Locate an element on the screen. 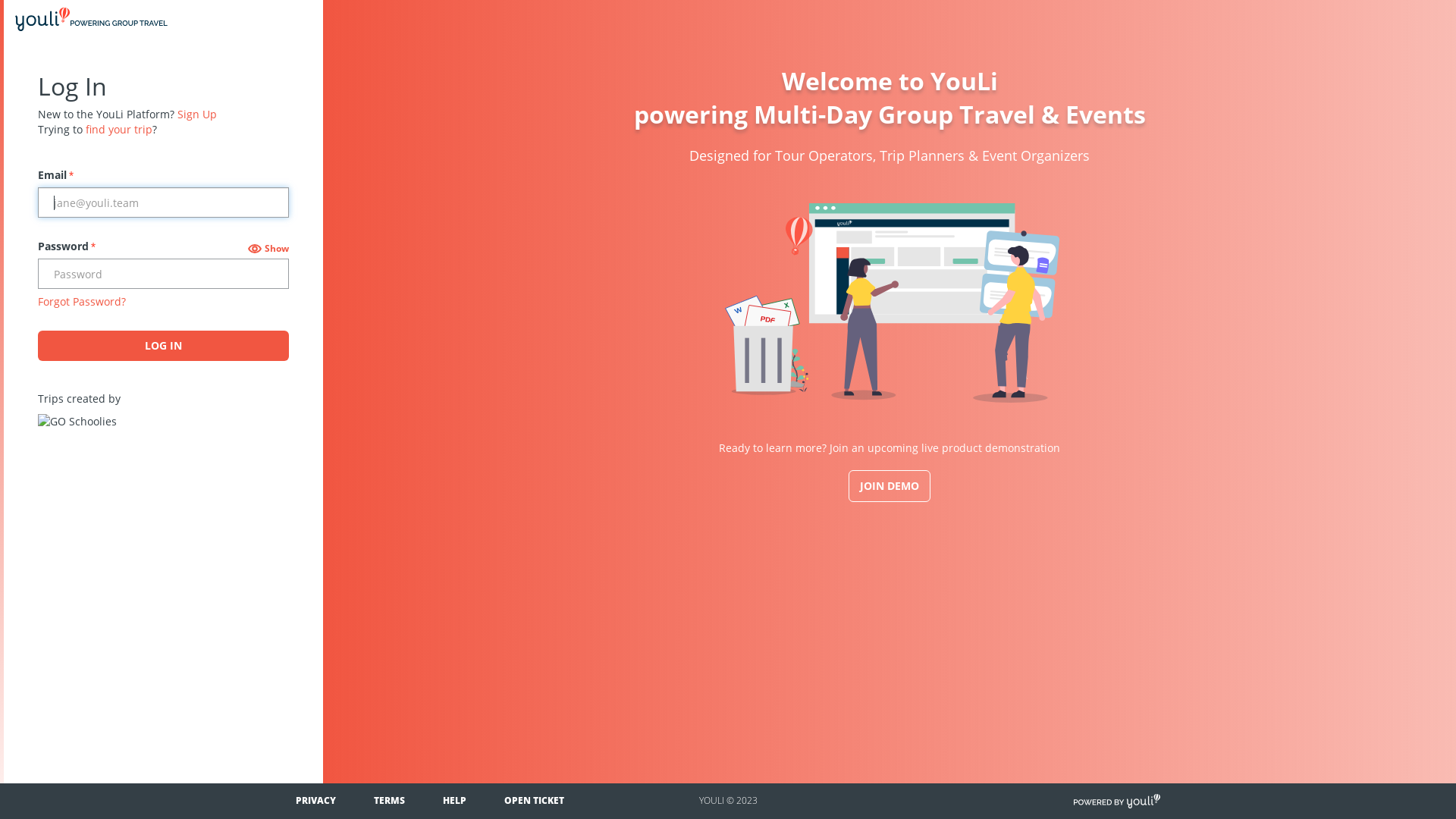 Image resolution: width=1456 pixels, height=819 pixels. 'LOG IN' is located at coordinates (163, 345).